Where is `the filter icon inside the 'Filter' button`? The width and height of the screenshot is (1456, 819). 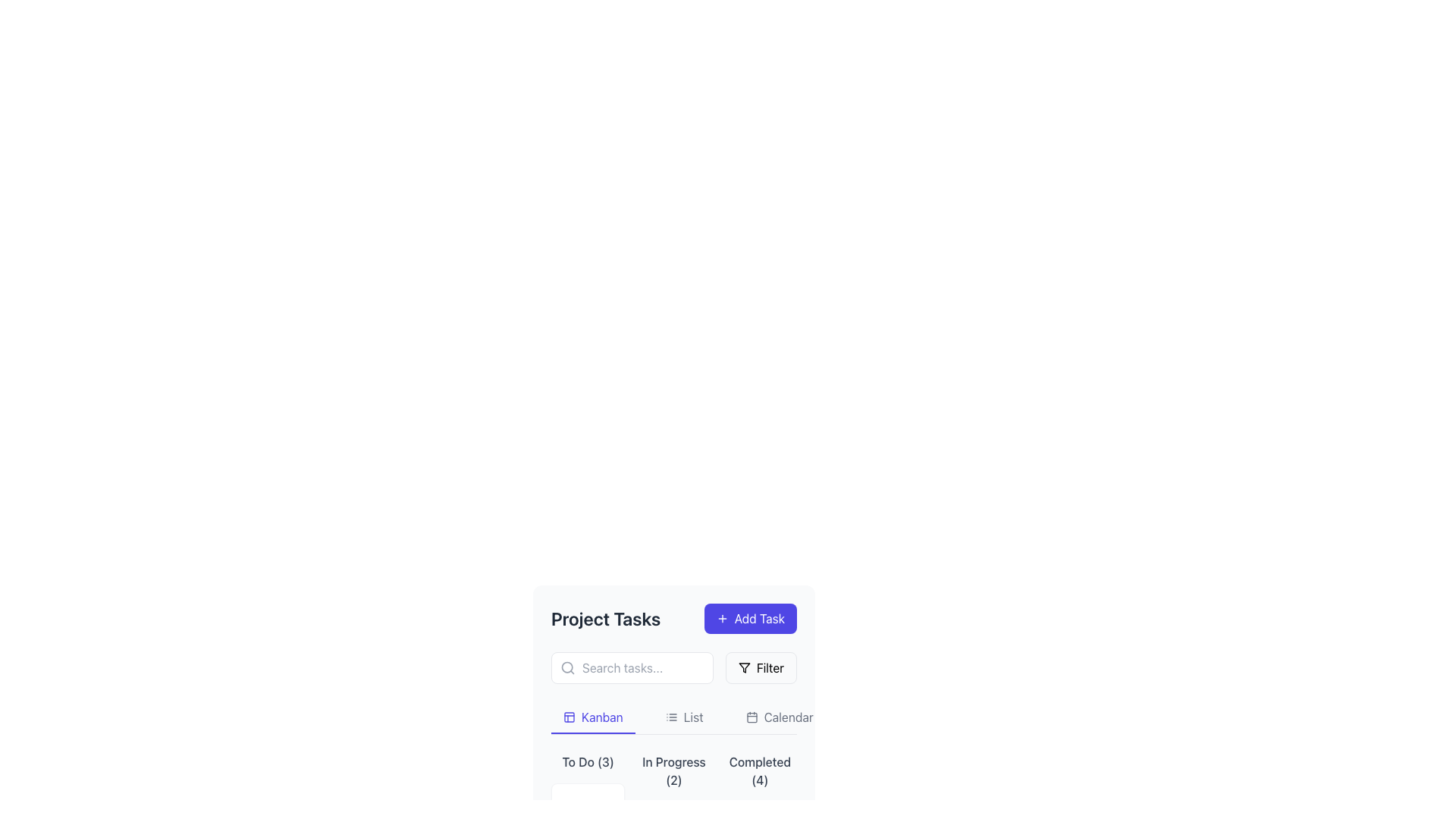 the filter icon inside the 'Filter' button is located at coordinates (744, 667).